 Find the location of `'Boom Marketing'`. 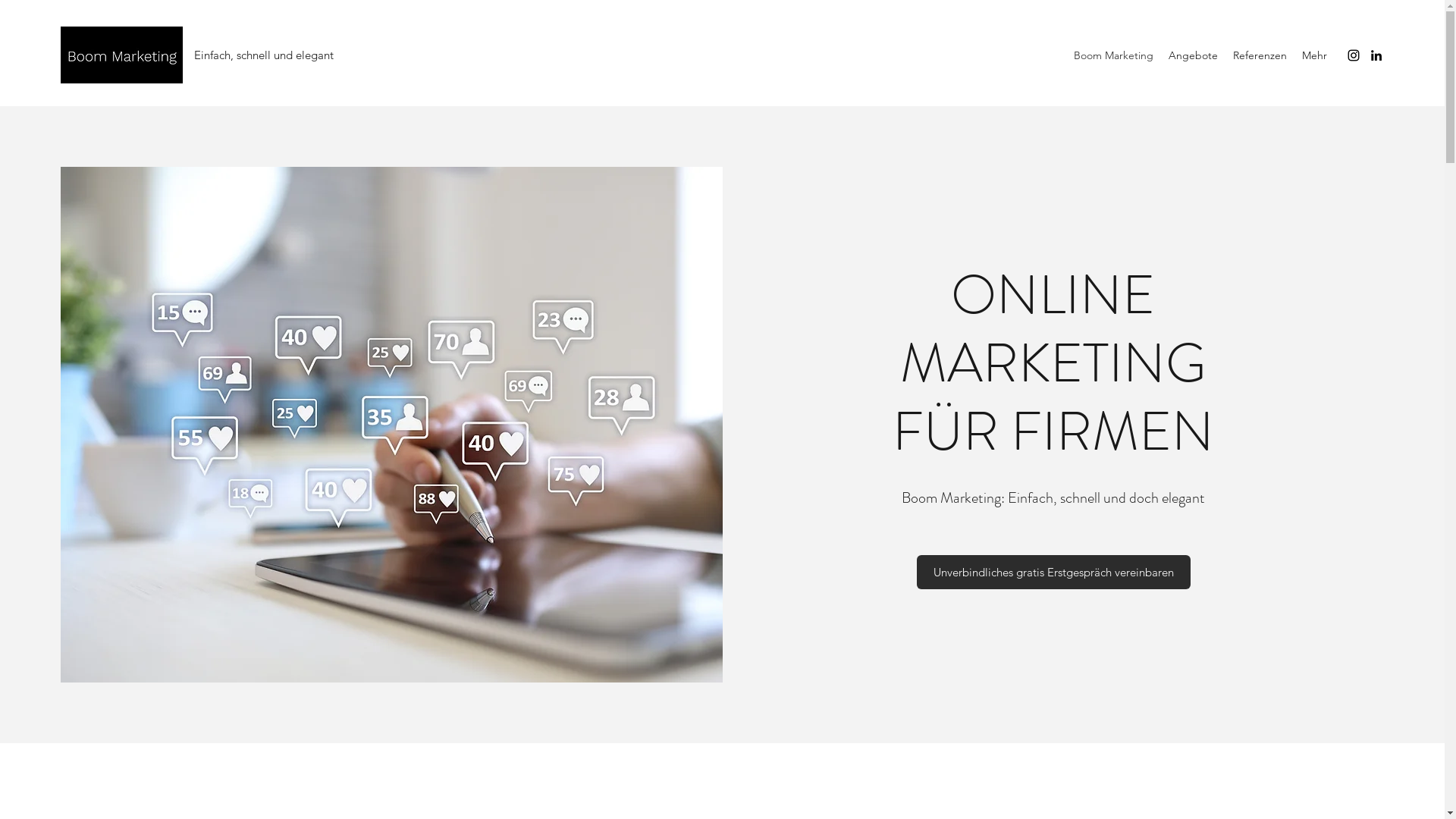

'Boom Marketing' is located at coordinates (1113, 55).